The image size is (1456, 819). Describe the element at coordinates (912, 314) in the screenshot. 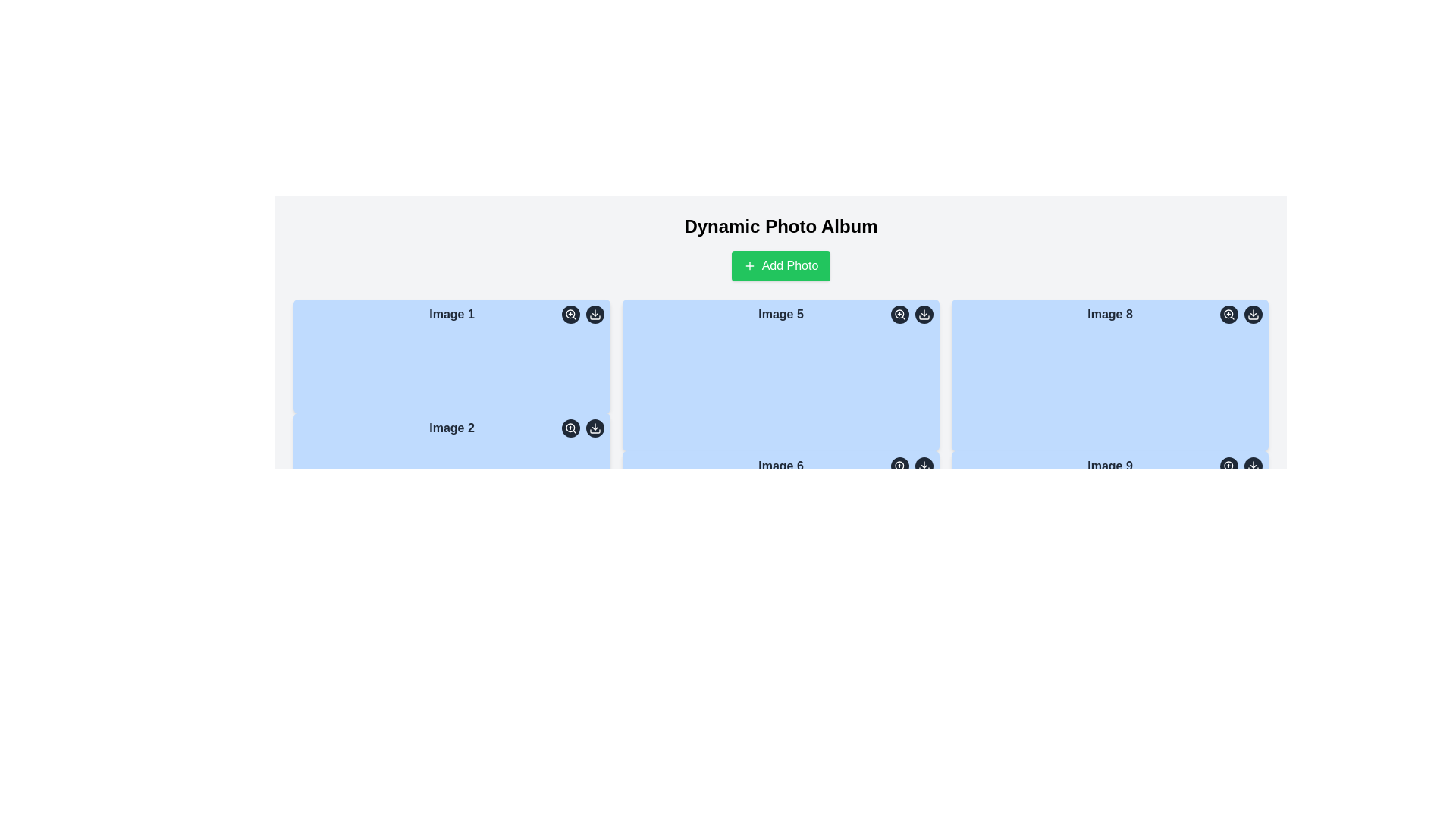

I see `the left button in the button group for zooming functionality, located in the upper-right corner of the card labeled 'Image 5'` at that location.